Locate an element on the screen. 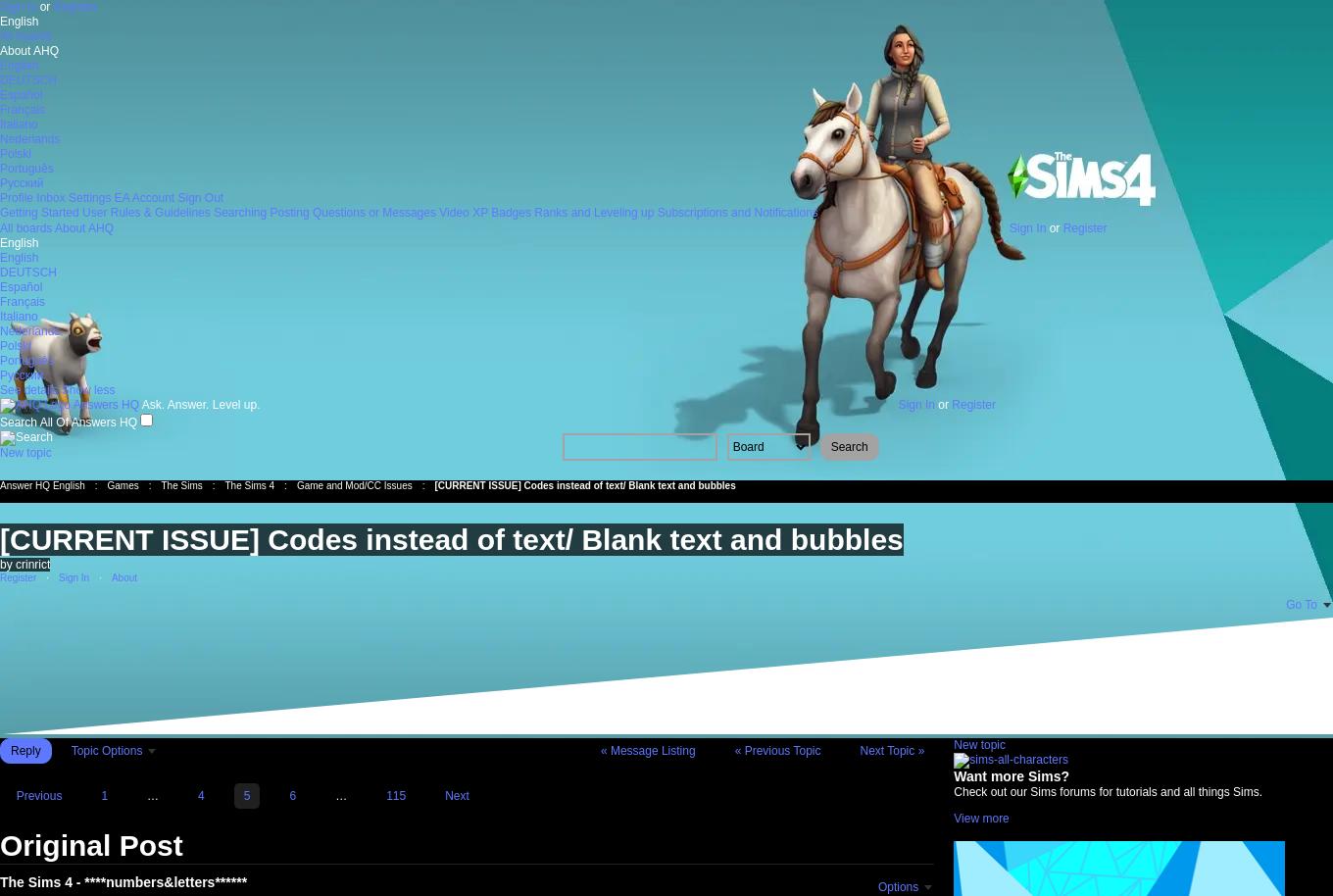 Image resolution: width=1333 pixels, height=896 pixels. 'User Rules & Guidelines' is located at coordinates (81, 212).